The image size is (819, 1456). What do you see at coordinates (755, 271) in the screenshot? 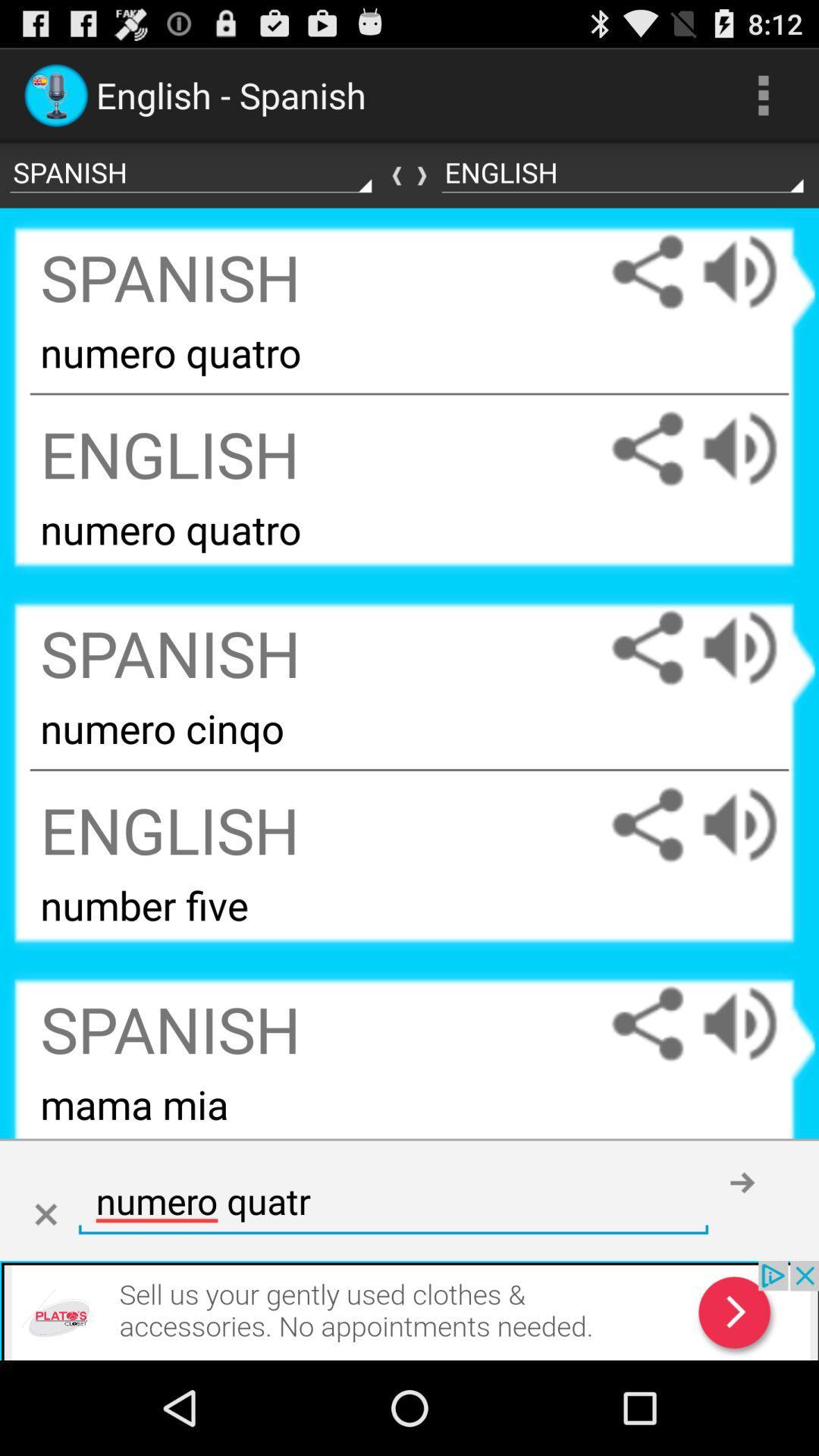
I see `speaker button` at bounding box center [755, 271].